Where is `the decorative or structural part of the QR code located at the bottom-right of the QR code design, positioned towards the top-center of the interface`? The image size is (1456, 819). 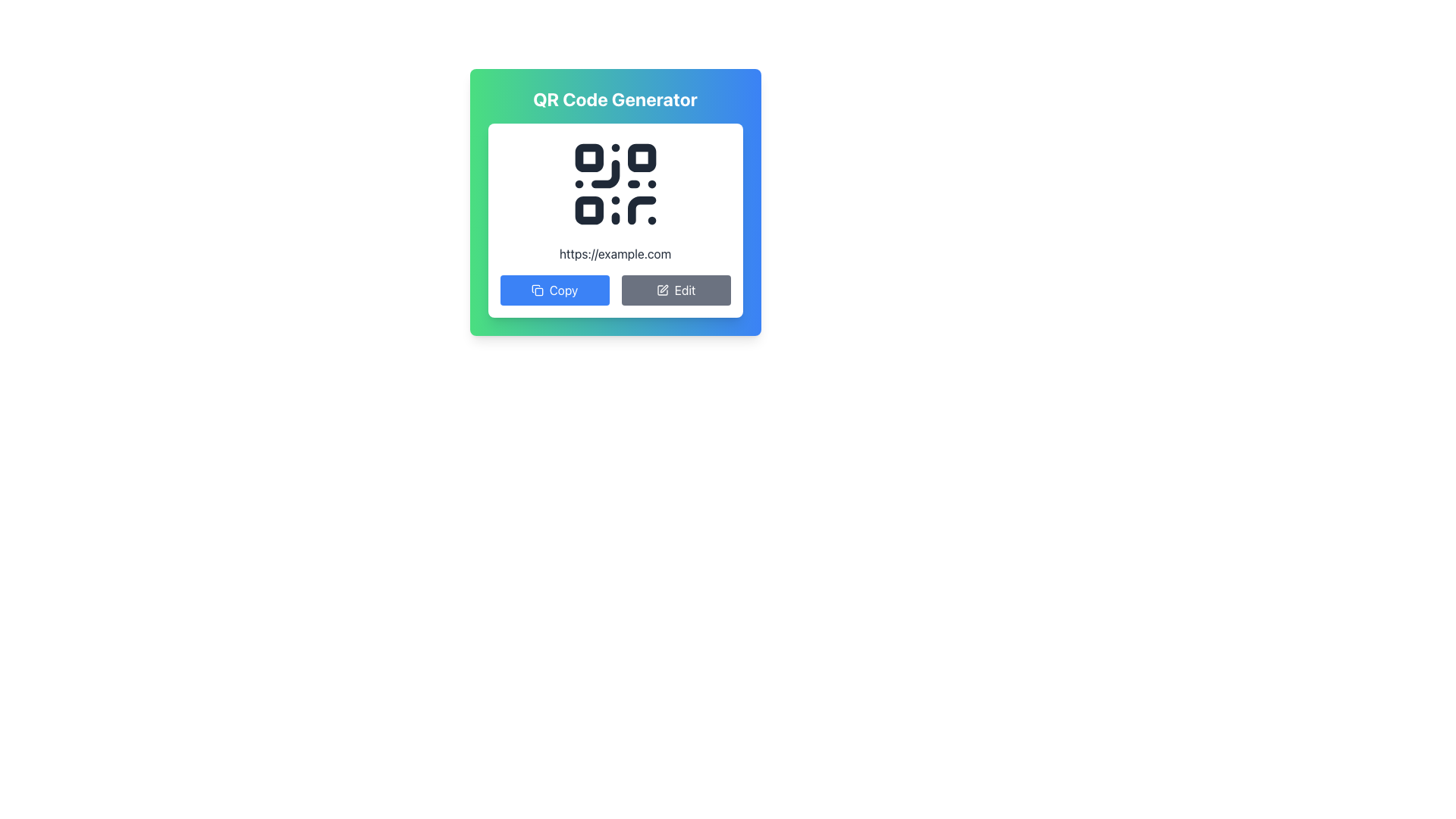
the decorative or structural part of the QR code located at the bottom-right of the QR code design, positioned towards the top-center of the interface is located at coordinates (642, 210).